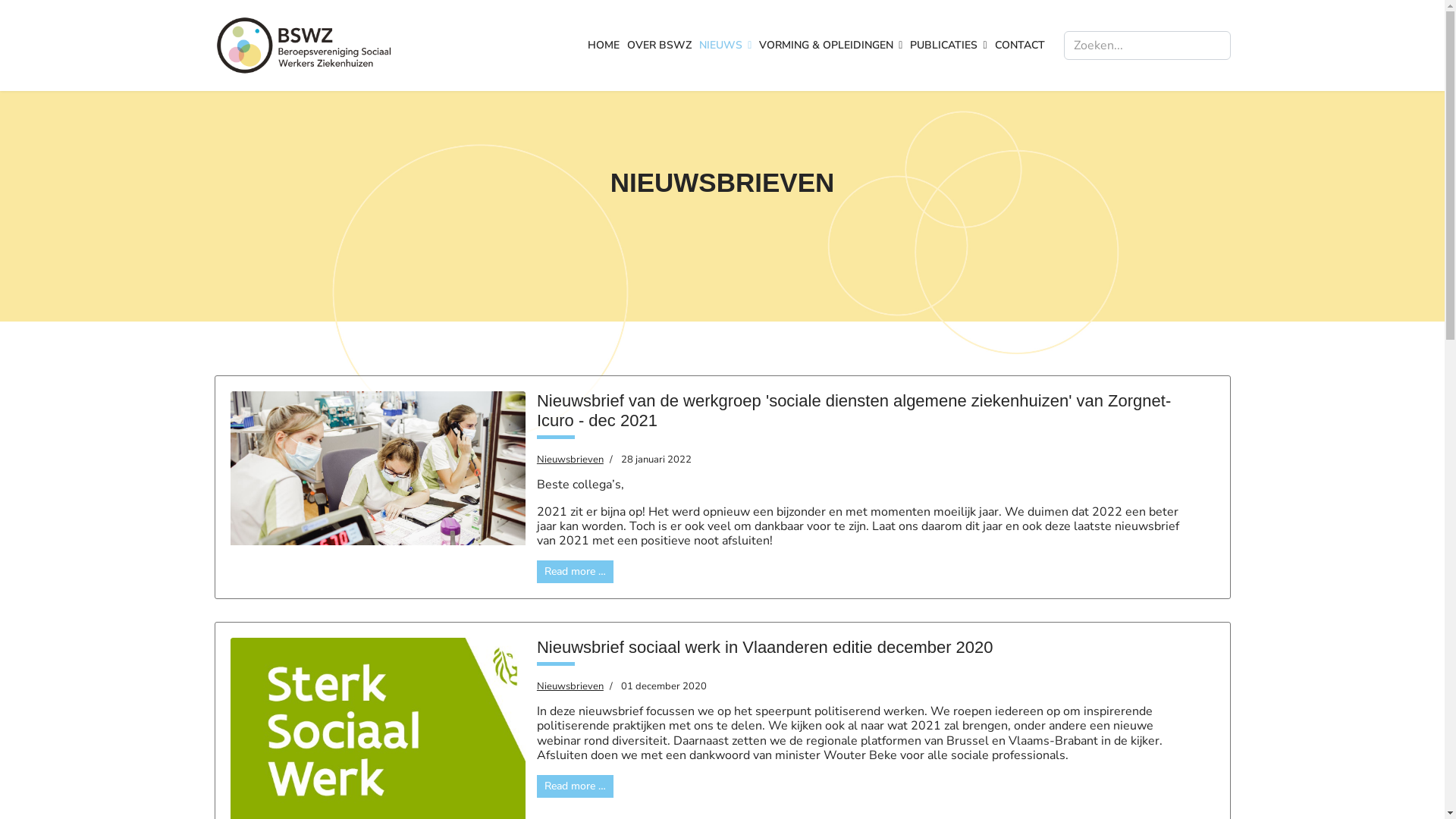 The width and height of the screenshot is (1456, 819). Describe the element at coordinates (764, 647) in the screenshot. I see `'Nieuwsbrief sociaal werk in Vlaanderen editie december 2020'` at that location.